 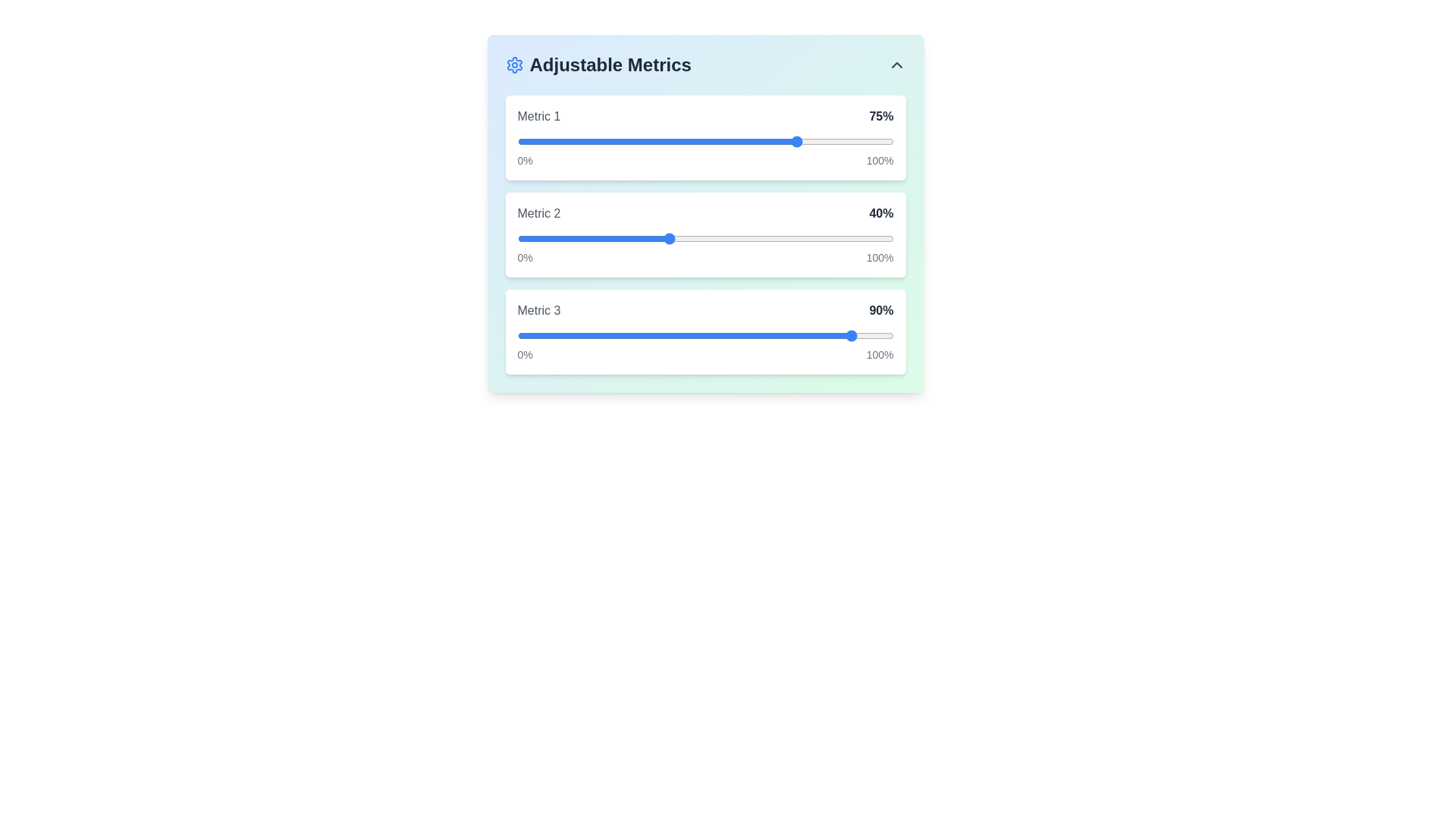 What do you see at coordinates (716, 239) in the screenshot?
I see `the Metric 2 slider` at bounding box center [716, 239].